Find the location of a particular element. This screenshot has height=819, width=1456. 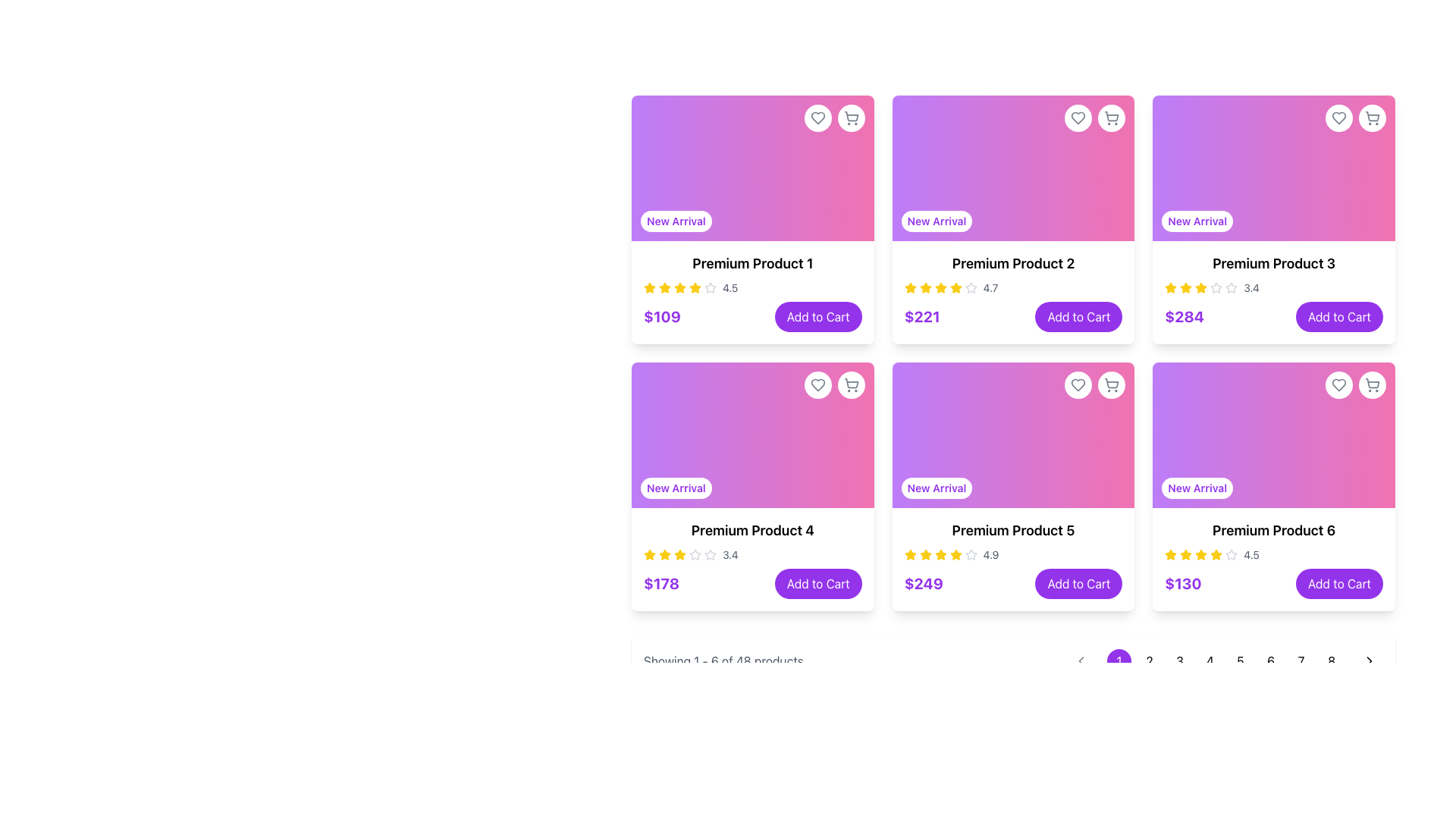

the card containing the product details summary for 'Premium Product 6' within the interface is located at coordinates (1274, 559).